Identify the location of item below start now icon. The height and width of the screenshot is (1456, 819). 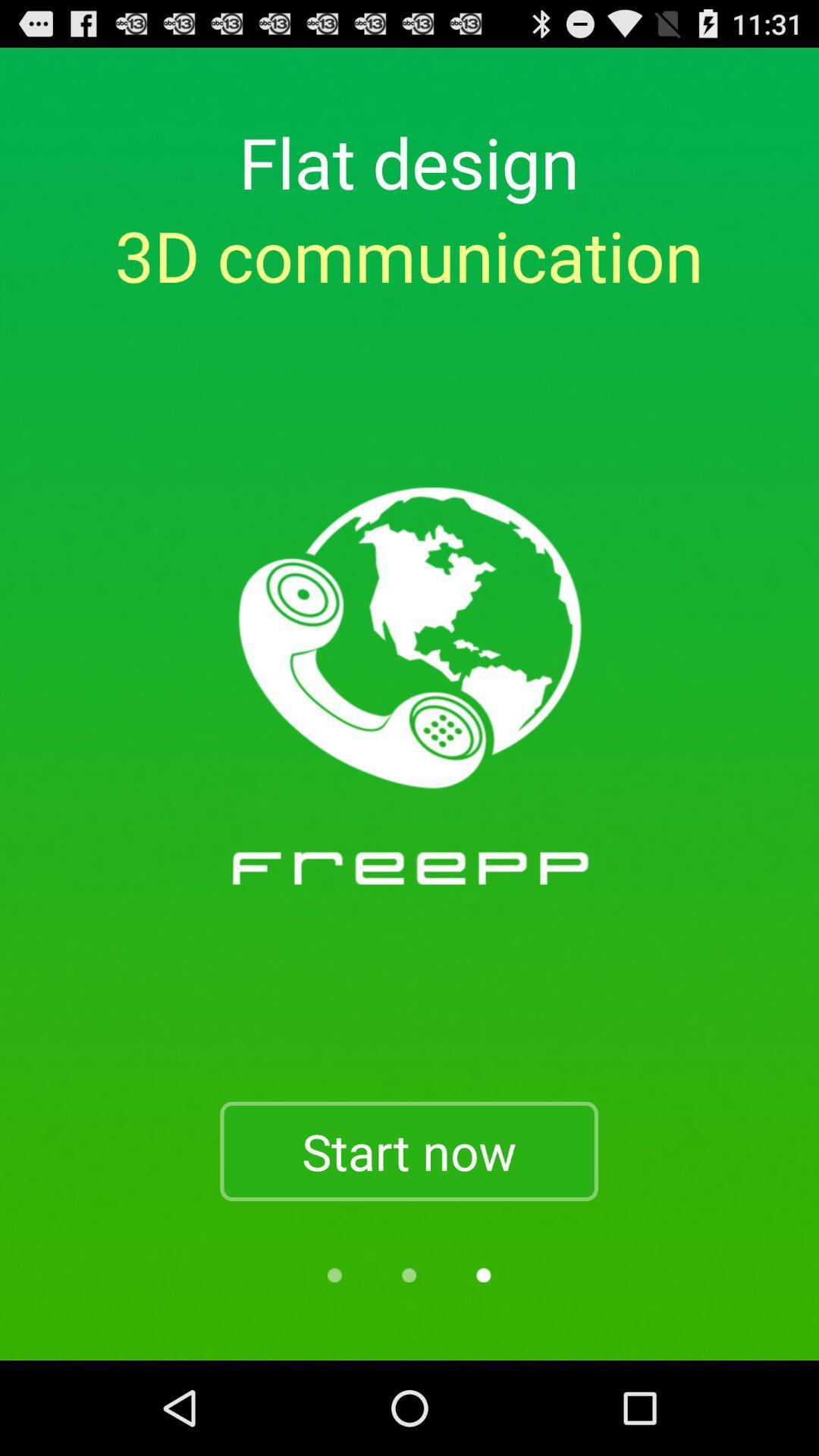
(334, 1274).